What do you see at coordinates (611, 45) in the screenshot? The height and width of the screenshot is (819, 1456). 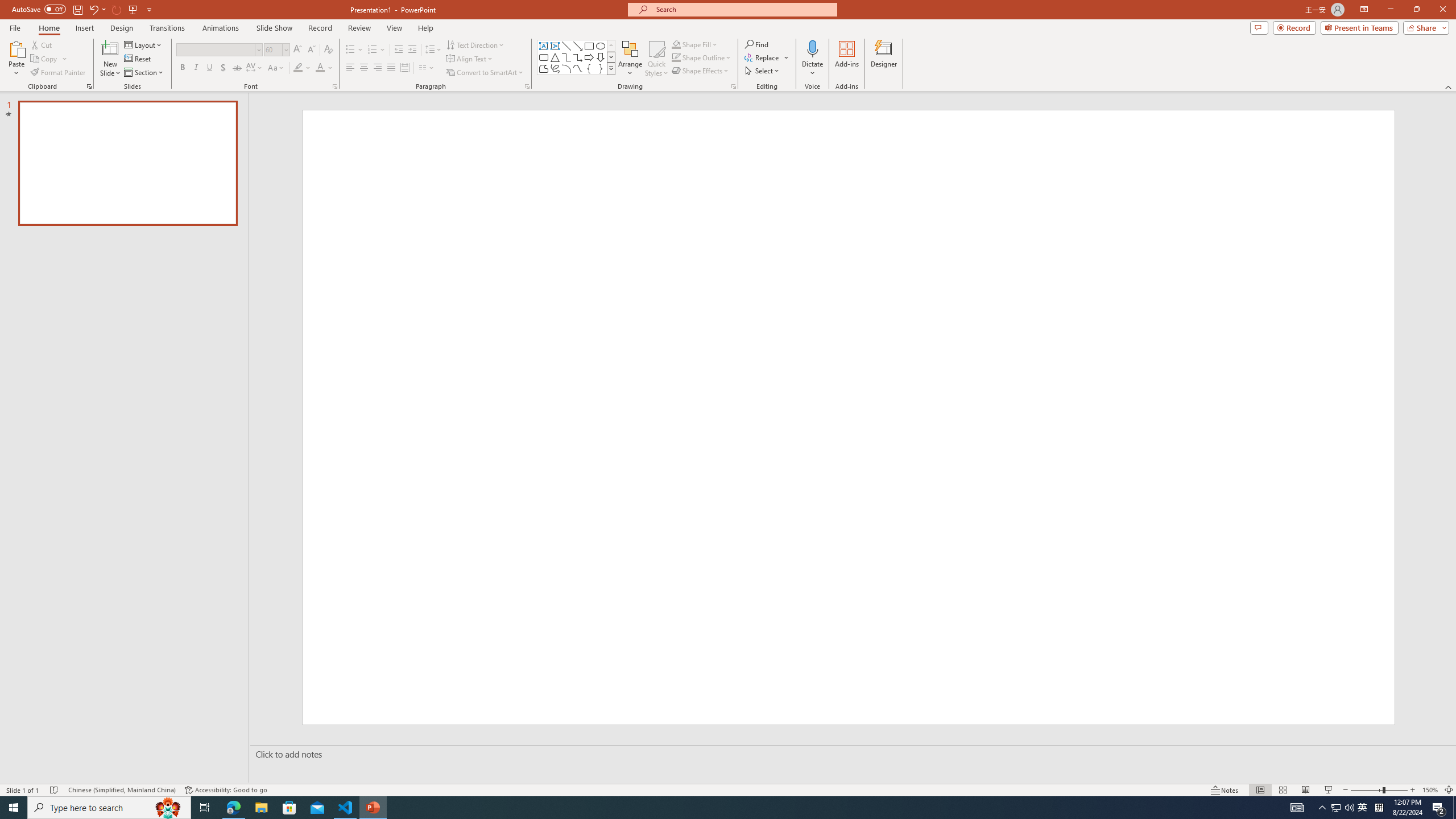 I see `'Row up'` at bounding box center [611, 45].